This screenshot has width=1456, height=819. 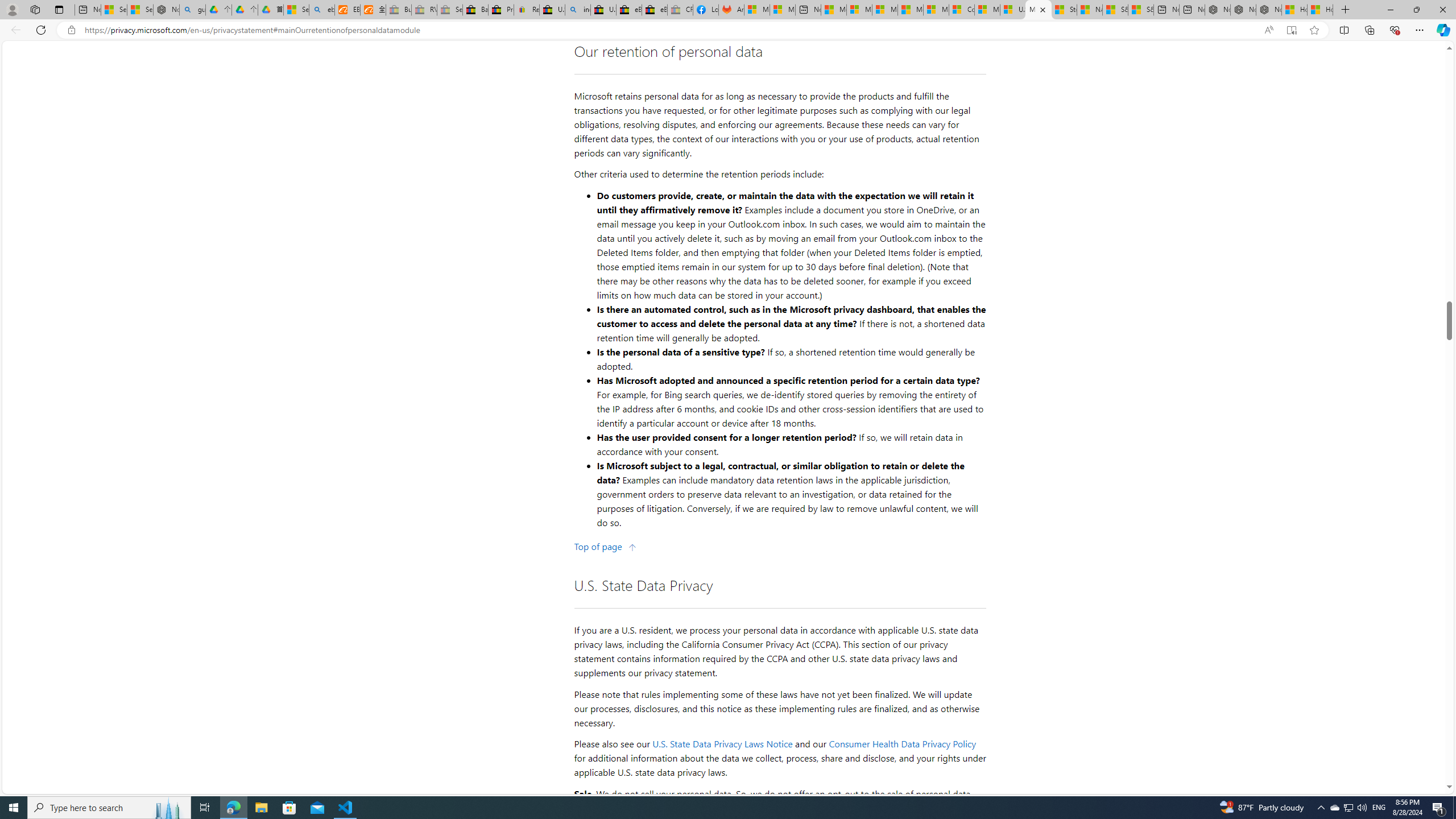 I want to click on 'Register: Create a personal eBay account', so click(x=526, y=9).